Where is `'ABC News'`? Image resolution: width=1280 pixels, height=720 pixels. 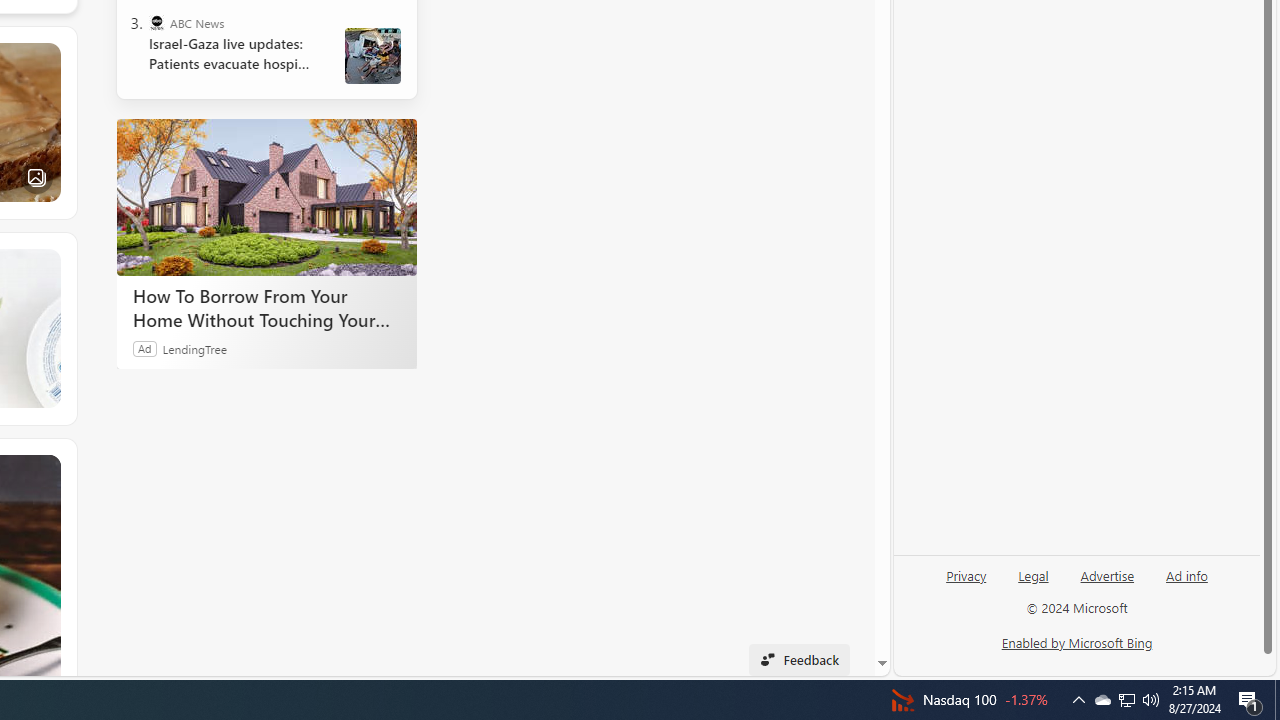 'ABC News' is located at coordinates (155, 23).